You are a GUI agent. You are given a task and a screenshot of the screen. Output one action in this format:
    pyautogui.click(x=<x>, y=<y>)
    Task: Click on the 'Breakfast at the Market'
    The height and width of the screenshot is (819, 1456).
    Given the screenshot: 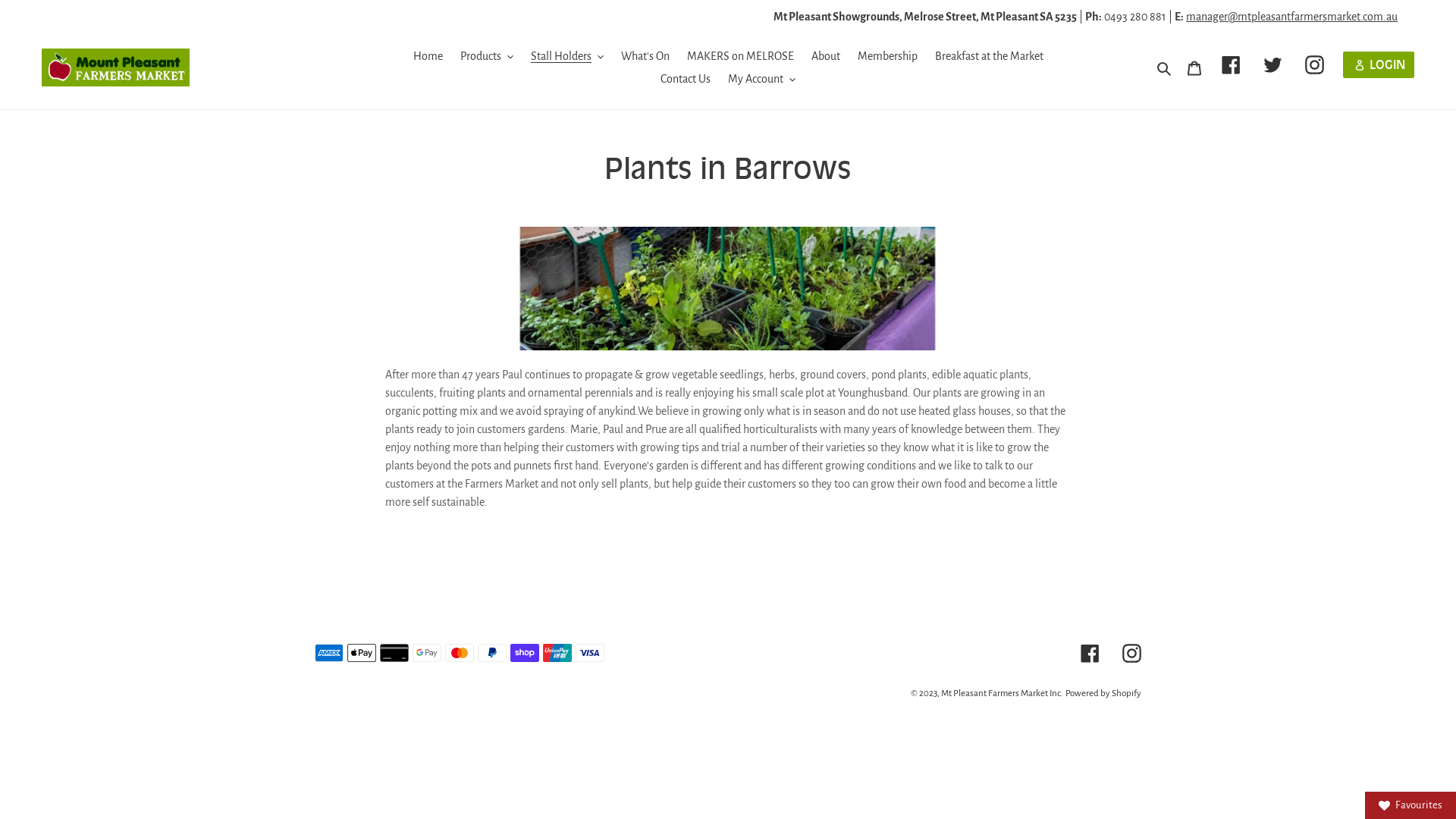 What is the action you would take?
    pyautogui.click(x=926, y=55)
    